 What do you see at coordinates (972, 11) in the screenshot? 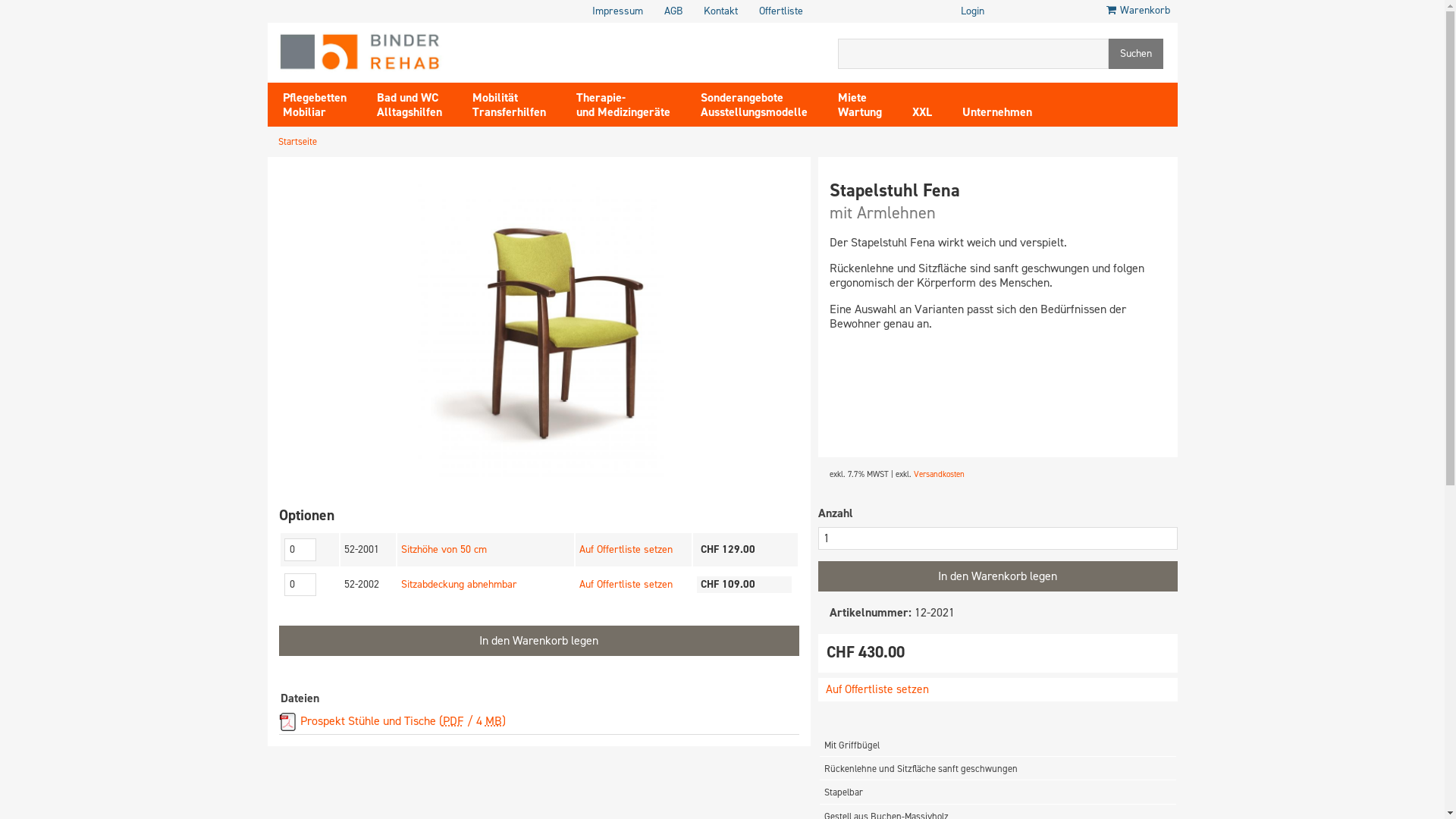
I see `'Login'` at bounding box center [972, 11].